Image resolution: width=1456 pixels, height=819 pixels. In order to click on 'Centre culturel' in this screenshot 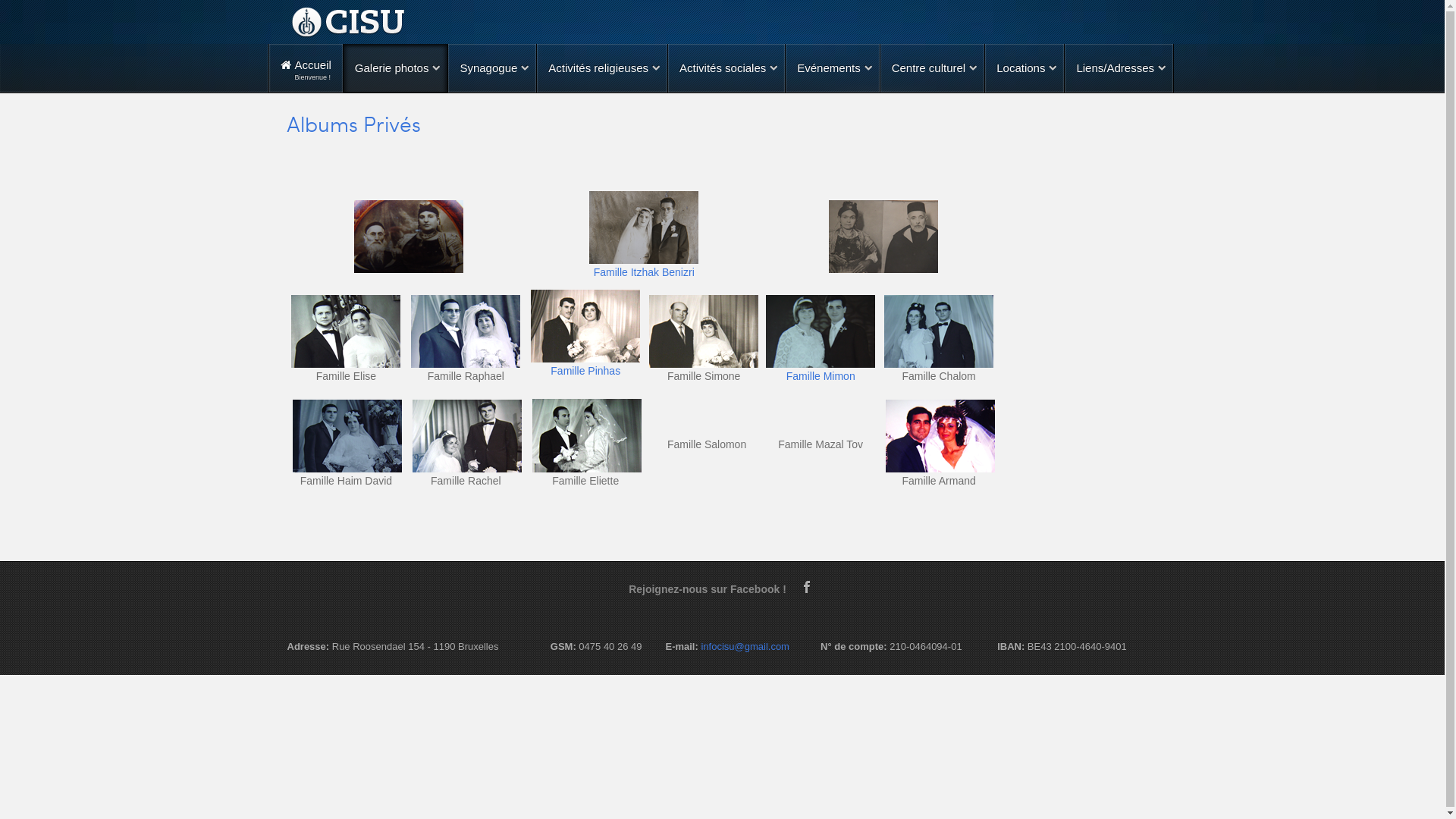, I will do `click(931, 67)`.